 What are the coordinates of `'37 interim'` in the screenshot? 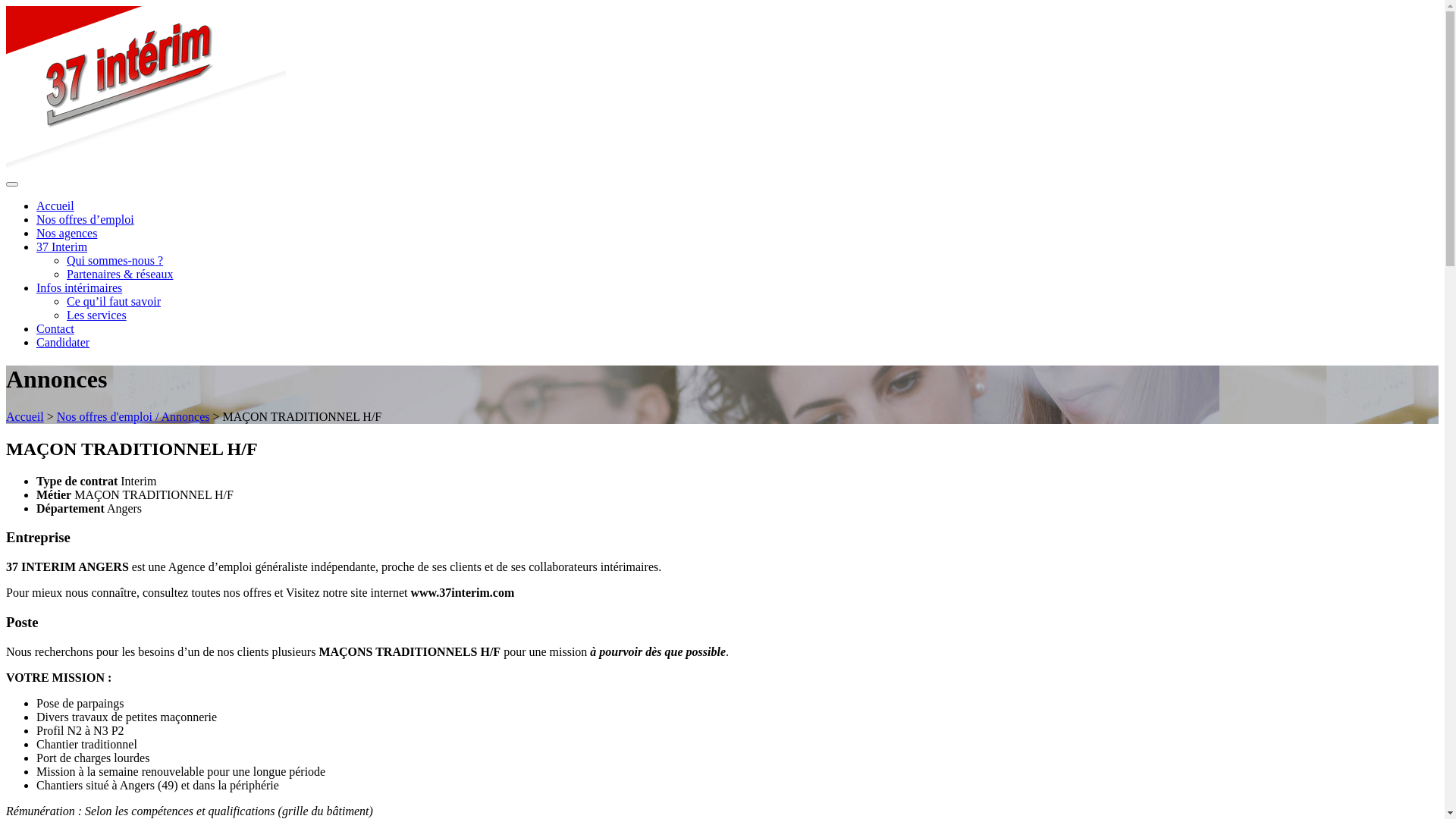 It's located at (146, 166).